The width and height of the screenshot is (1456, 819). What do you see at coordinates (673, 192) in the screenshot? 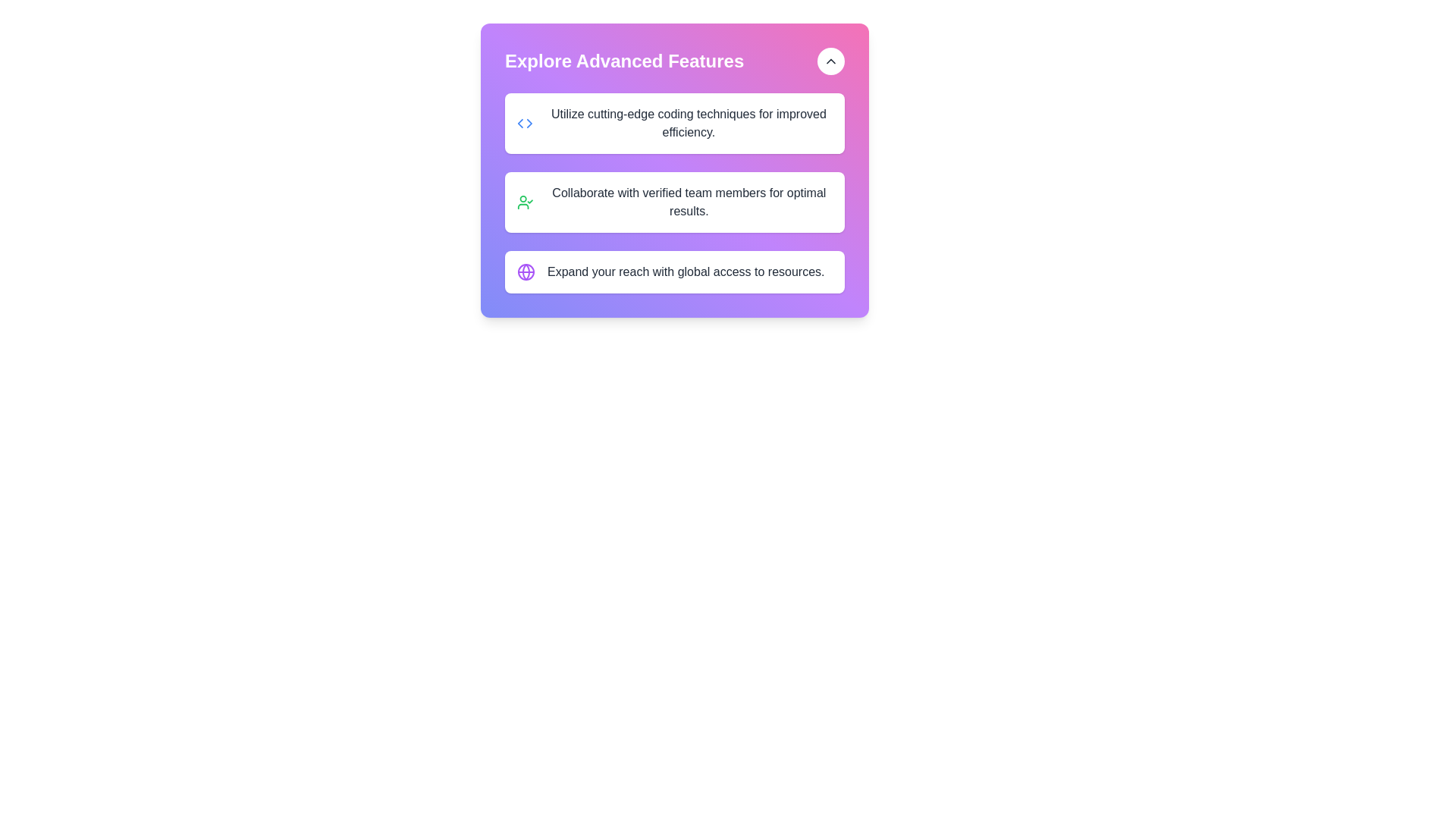
I see `the icons on the 'Explore Advanced Features' informational panel to retrieve more information about improving coding efficiency, optimized team collaboration, and global resource access` at bounding box center [673, 192].